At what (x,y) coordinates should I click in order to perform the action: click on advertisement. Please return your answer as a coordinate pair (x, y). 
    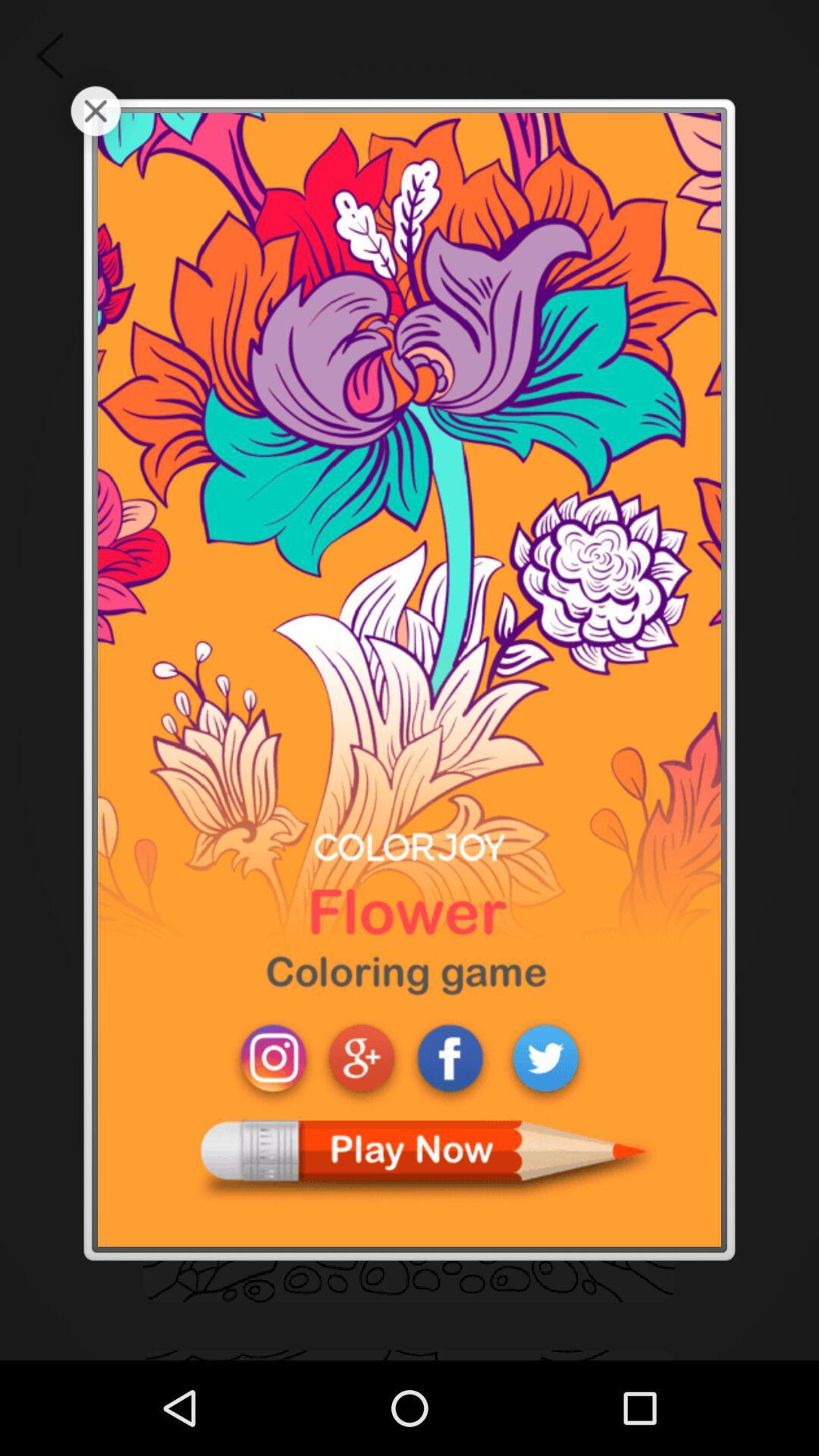
    Looking at the image, I should click on (409, 679).